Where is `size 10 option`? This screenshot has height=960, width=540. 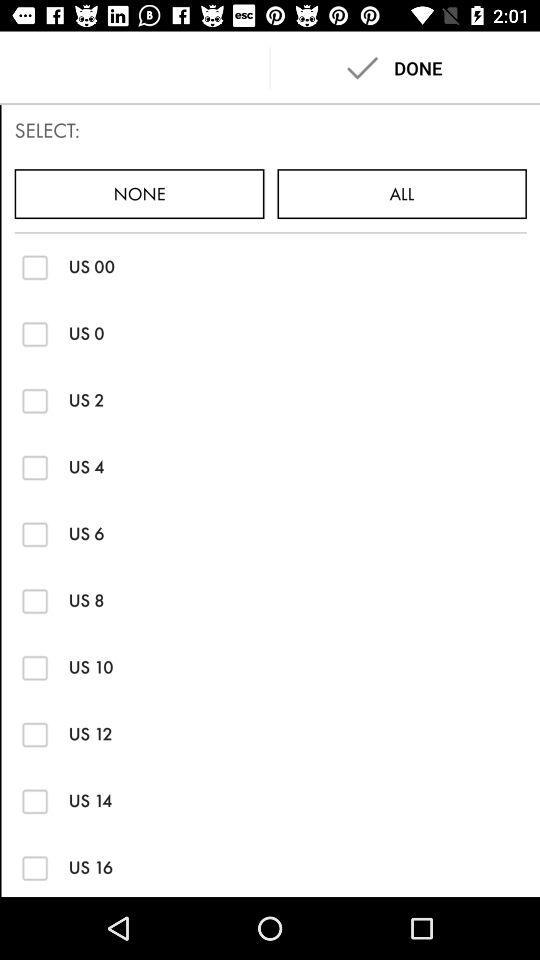
size 10 option is located at coordinates (35, 667).